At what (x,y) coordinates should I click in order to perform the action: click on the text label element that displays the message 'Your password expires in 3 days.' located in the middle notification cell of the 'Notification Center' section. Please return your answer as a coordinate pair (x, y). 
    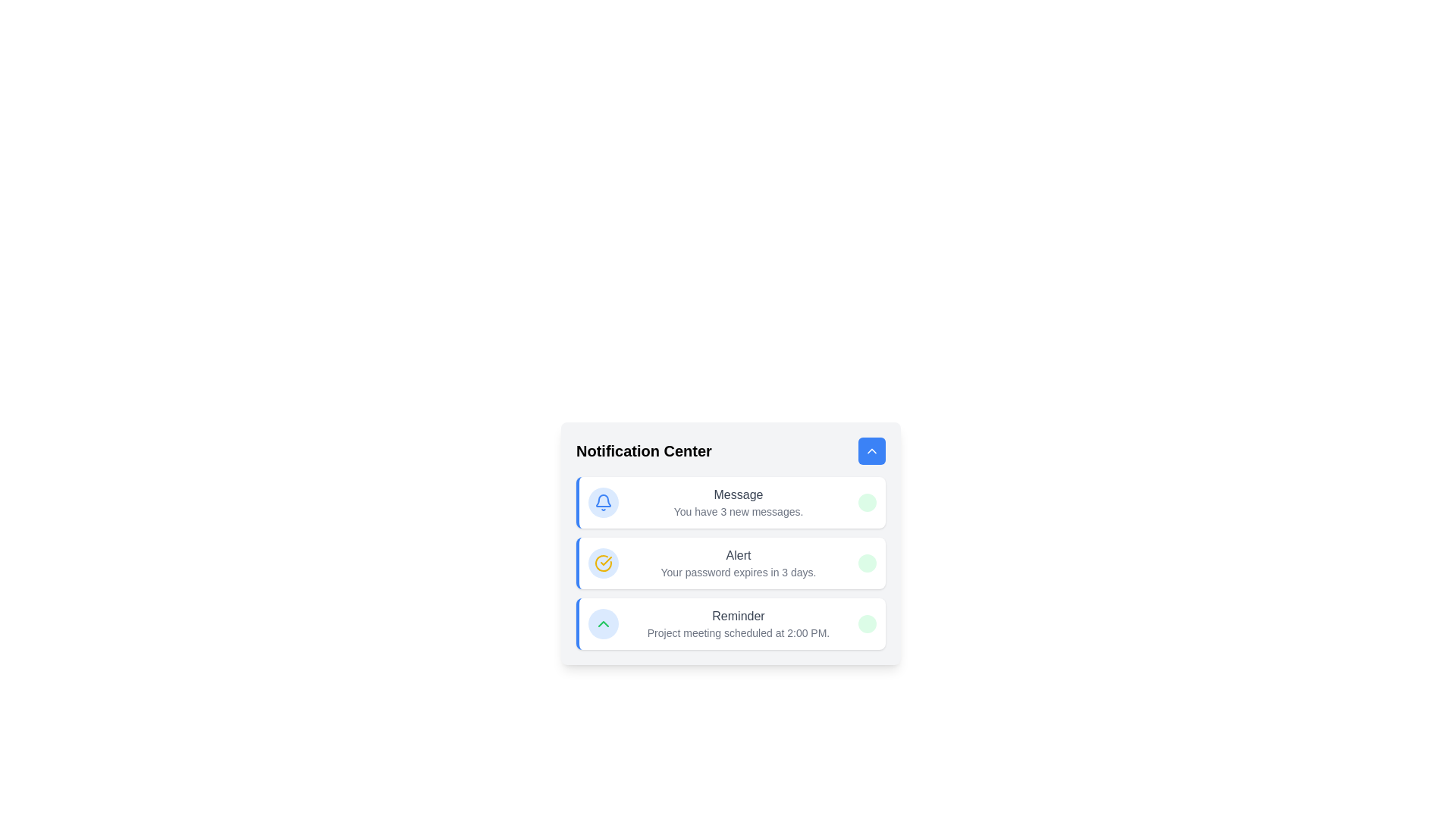
    Looking at the image, I should click on (739, 573).